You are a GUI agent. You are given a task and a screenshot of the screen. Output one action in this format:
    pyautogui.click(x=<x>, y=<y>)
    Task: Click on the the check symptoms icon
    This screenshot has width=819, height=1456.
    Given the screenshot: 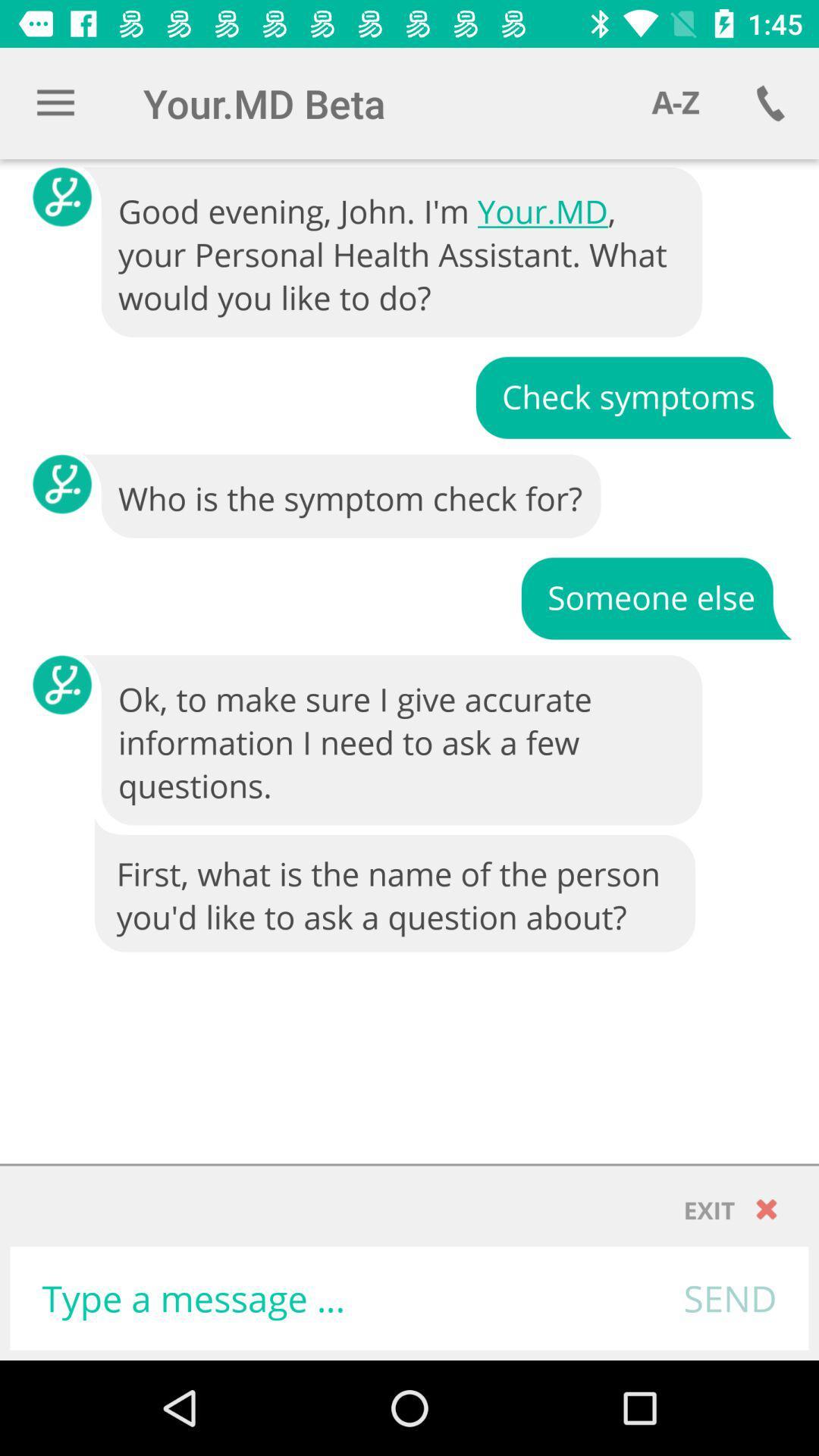 What is the action you would take?
    pyautogui.click(x=633, y=397)
    